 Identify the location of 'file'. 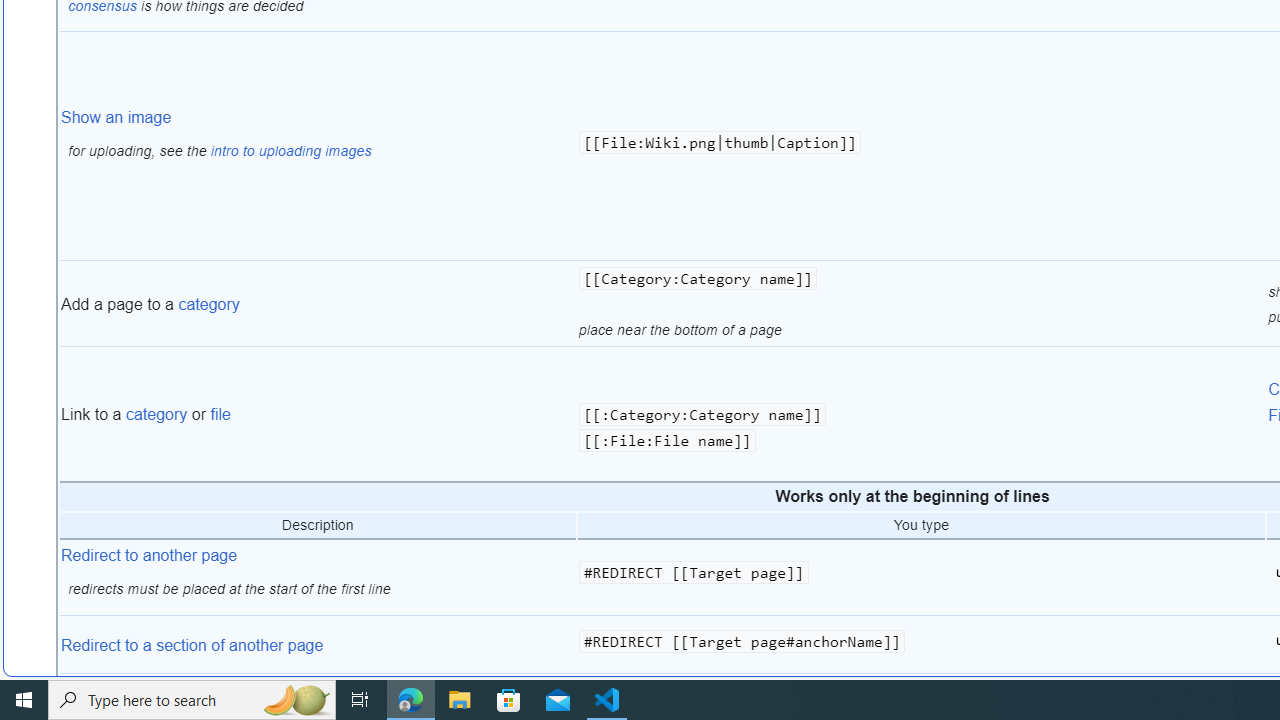
(220, 414).